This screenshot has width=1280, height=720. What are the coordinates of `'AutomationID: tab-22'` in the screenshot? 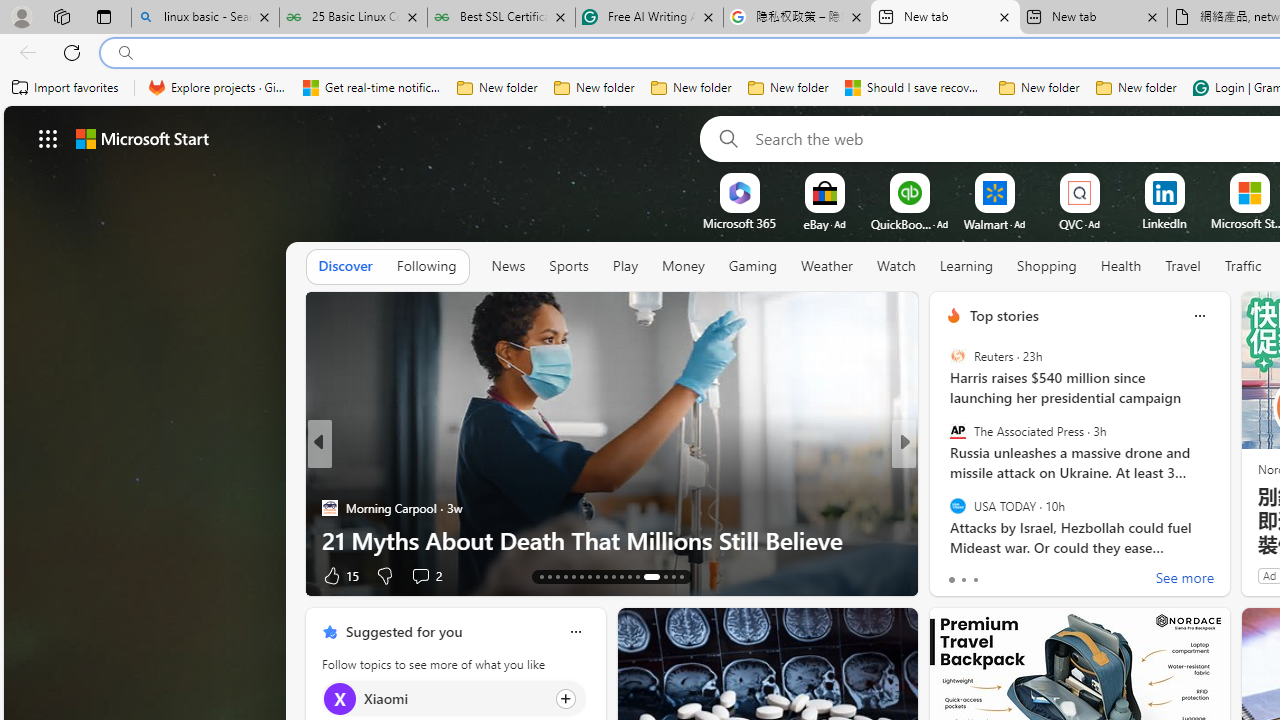 It's located at (612, 577).